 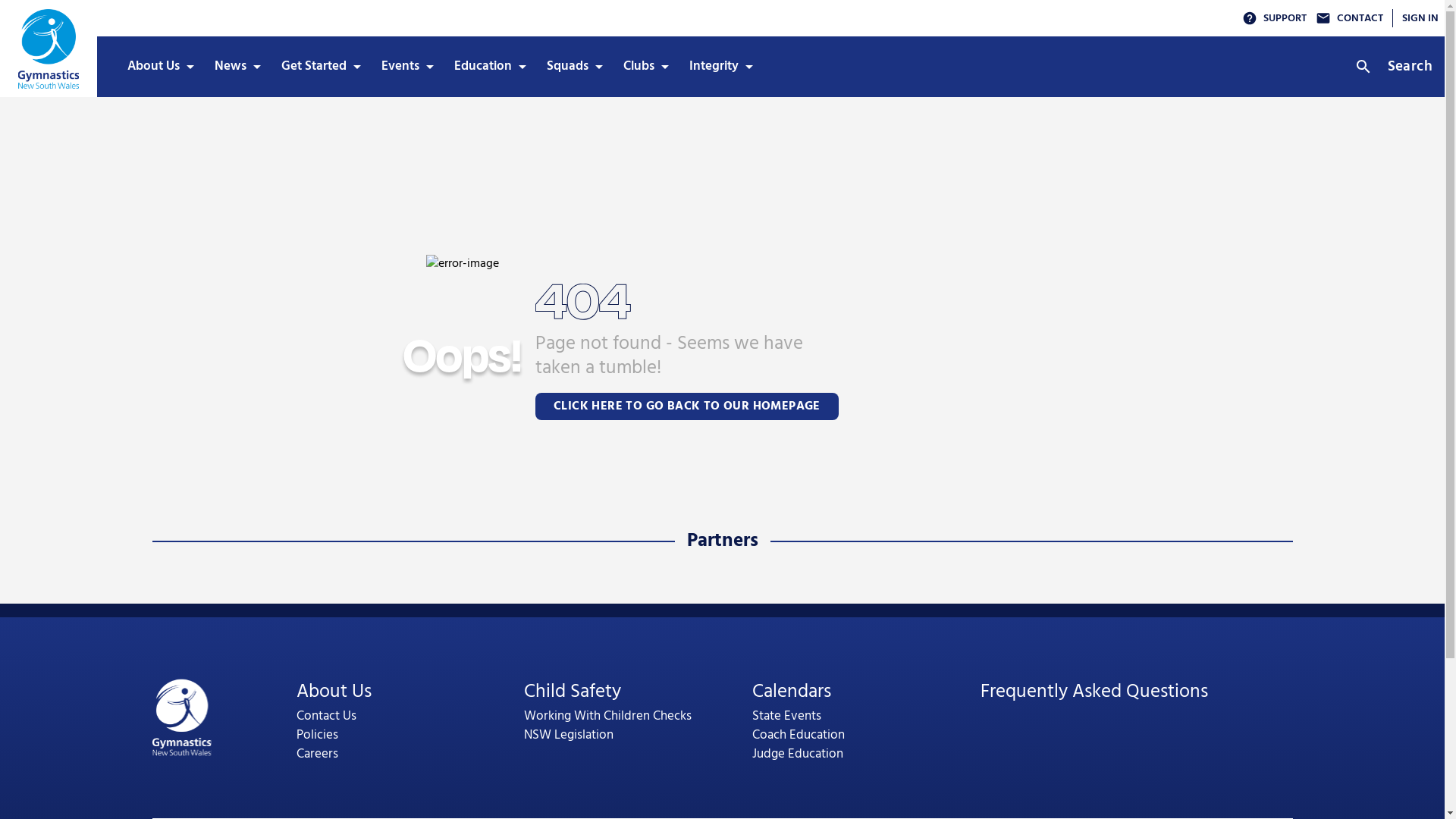 I want to click on 'News', so click(x=202, y=66).